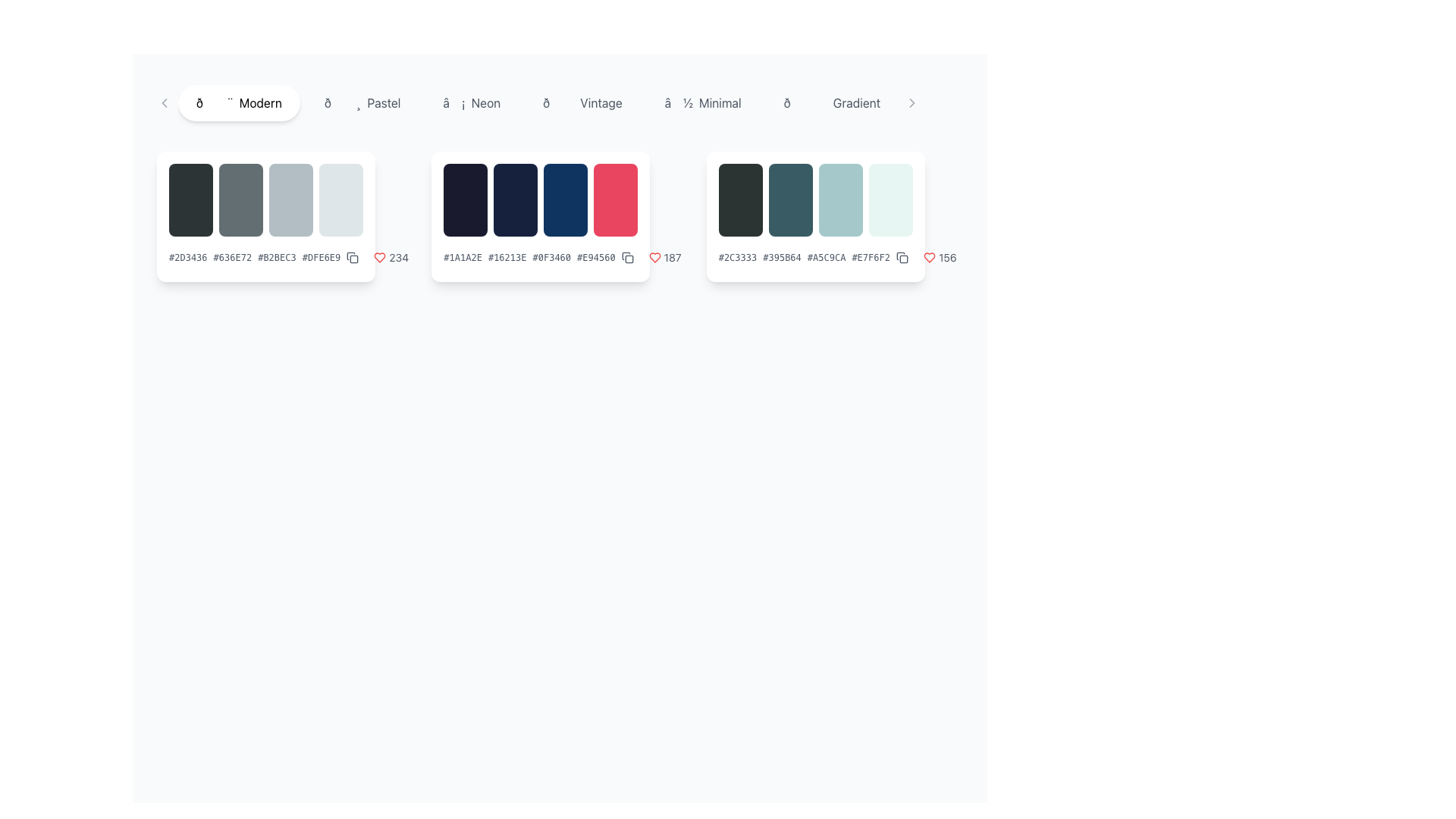  What do you see at coordinates (900, 256) in the screenshot?
I see `the decorative SVG icon located near the bottom-right area of the second palette card in the central layout row` at bounding box center [900, 256].